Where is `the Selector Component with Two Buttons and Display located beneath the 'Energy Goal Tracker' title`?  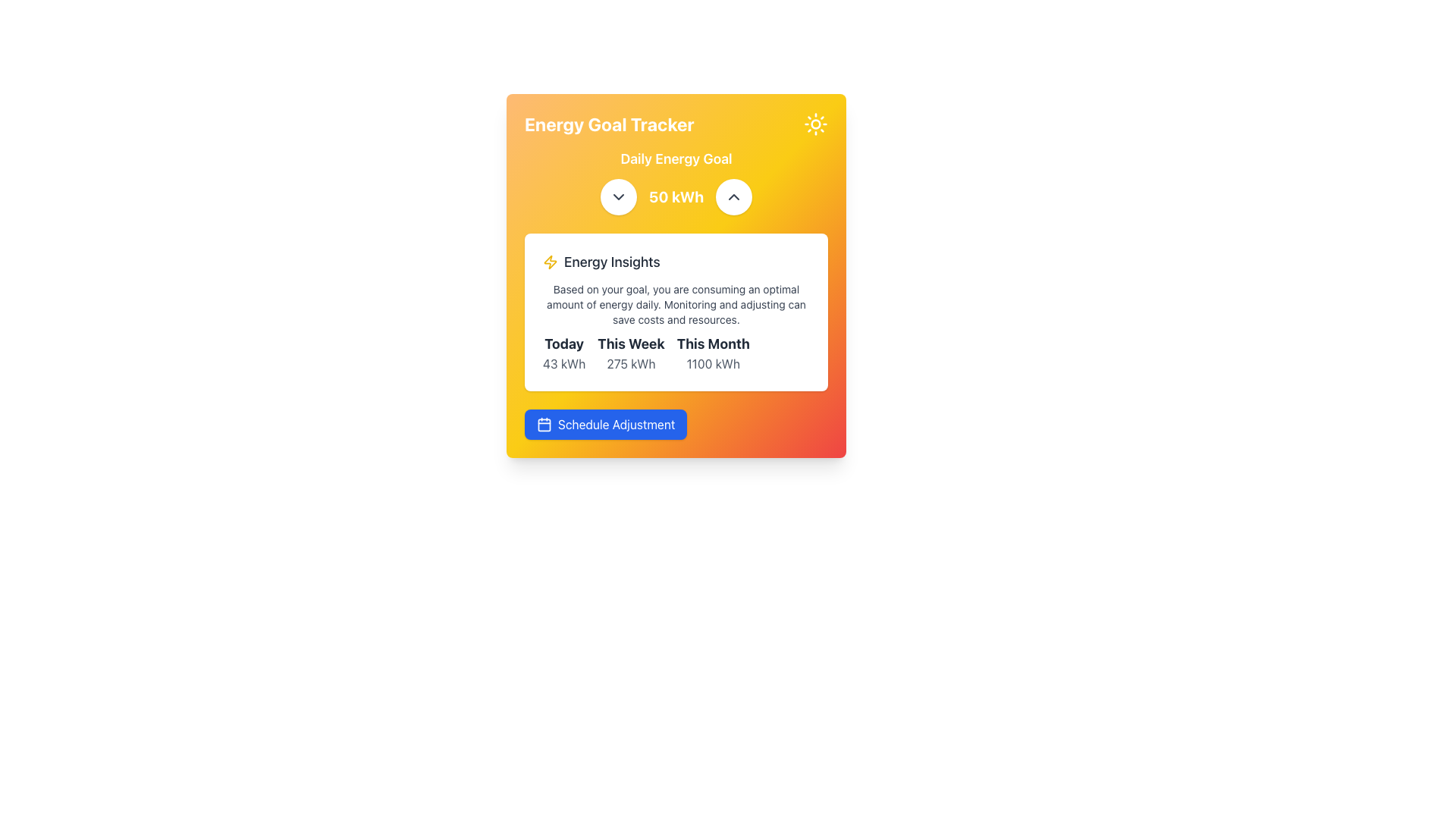
the Selector Component with Two Buttons and Display located beneath the 'Energy Goal Tracker' title is located at coordinates (676, 180).